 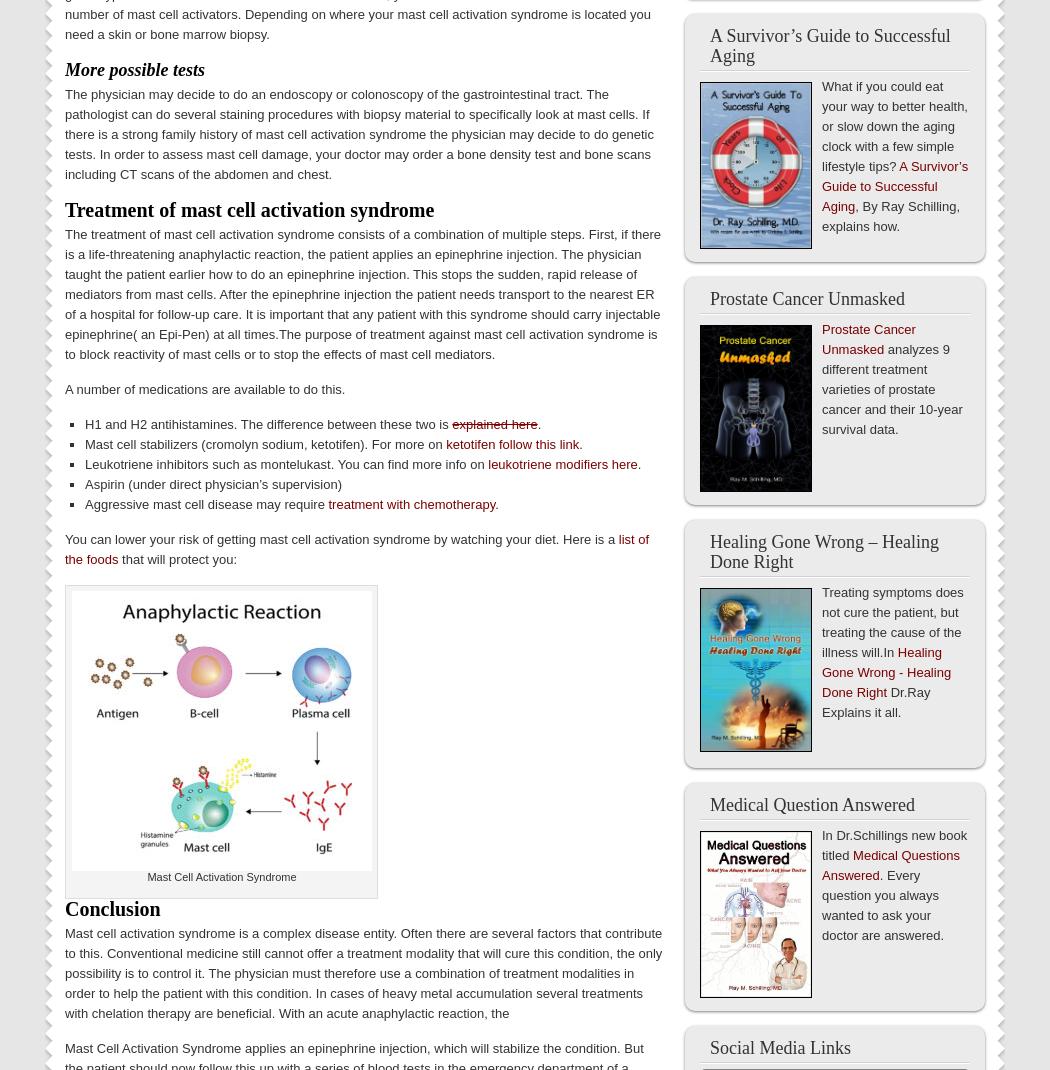 What do you see at coordinates (203, 387) in the screenshot?
I see `'A number of medications are available to do this.'` at bounding box center [203, 387].